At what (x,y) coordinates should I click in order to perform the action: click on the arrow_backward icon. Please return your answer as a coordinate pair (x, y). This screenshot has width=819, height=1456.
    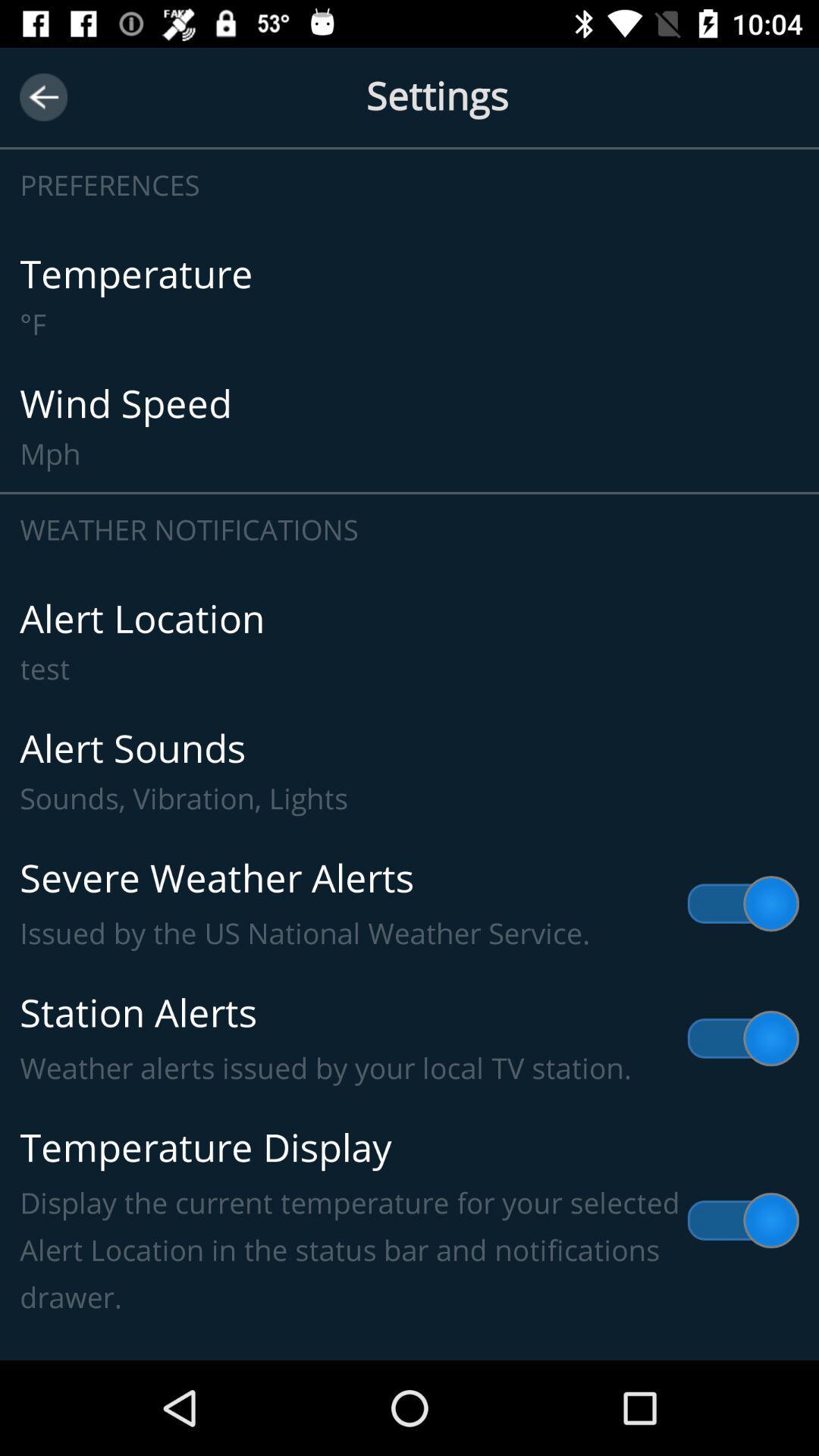
    Looking at the image, I should click on (42, 96).